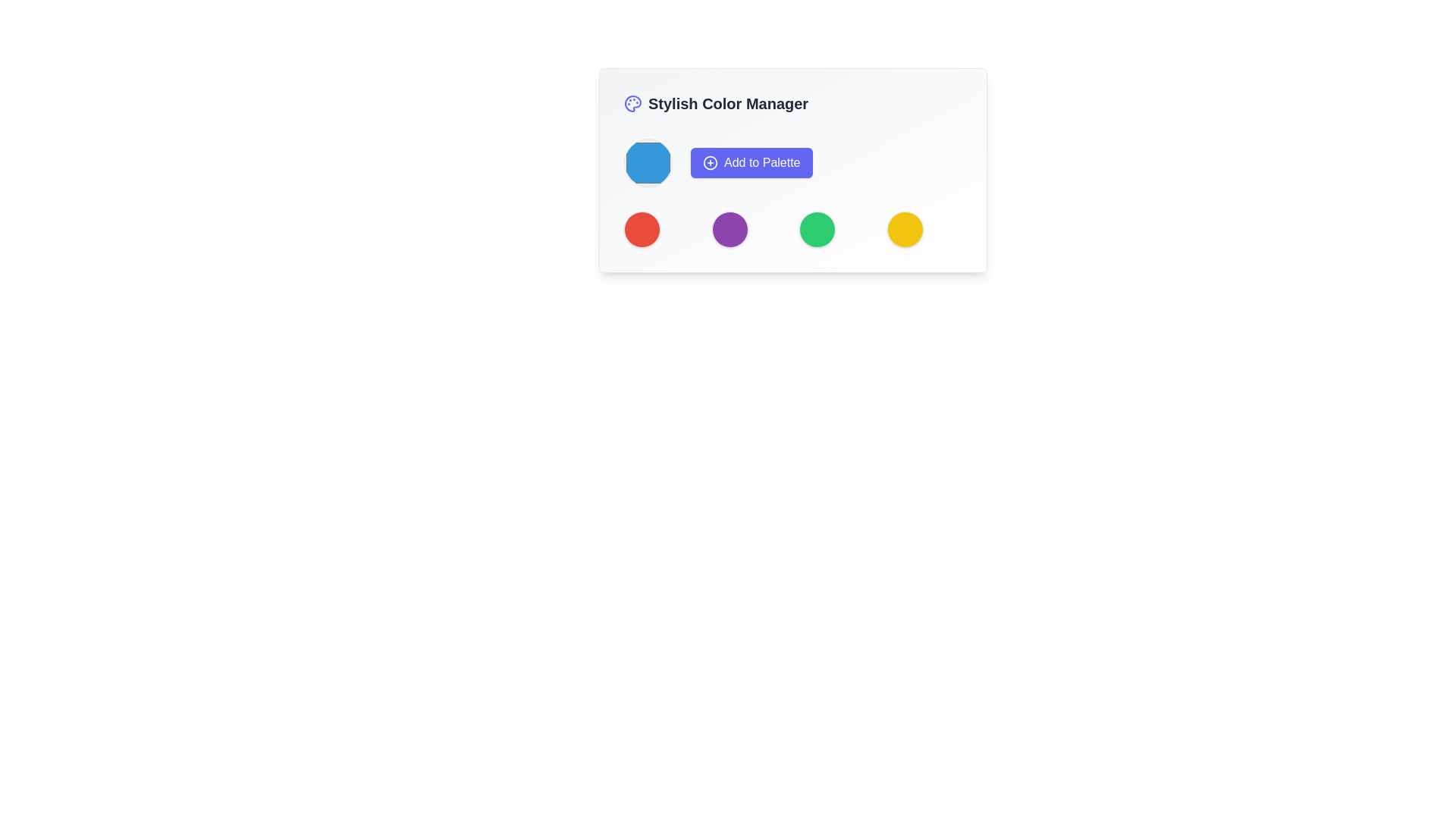 This screenshot has height=819, width=1456. Describe the element at coordinates (642, 230) in the screenshot. I see `the red color button located in the top right corner of the application interface` at that location.